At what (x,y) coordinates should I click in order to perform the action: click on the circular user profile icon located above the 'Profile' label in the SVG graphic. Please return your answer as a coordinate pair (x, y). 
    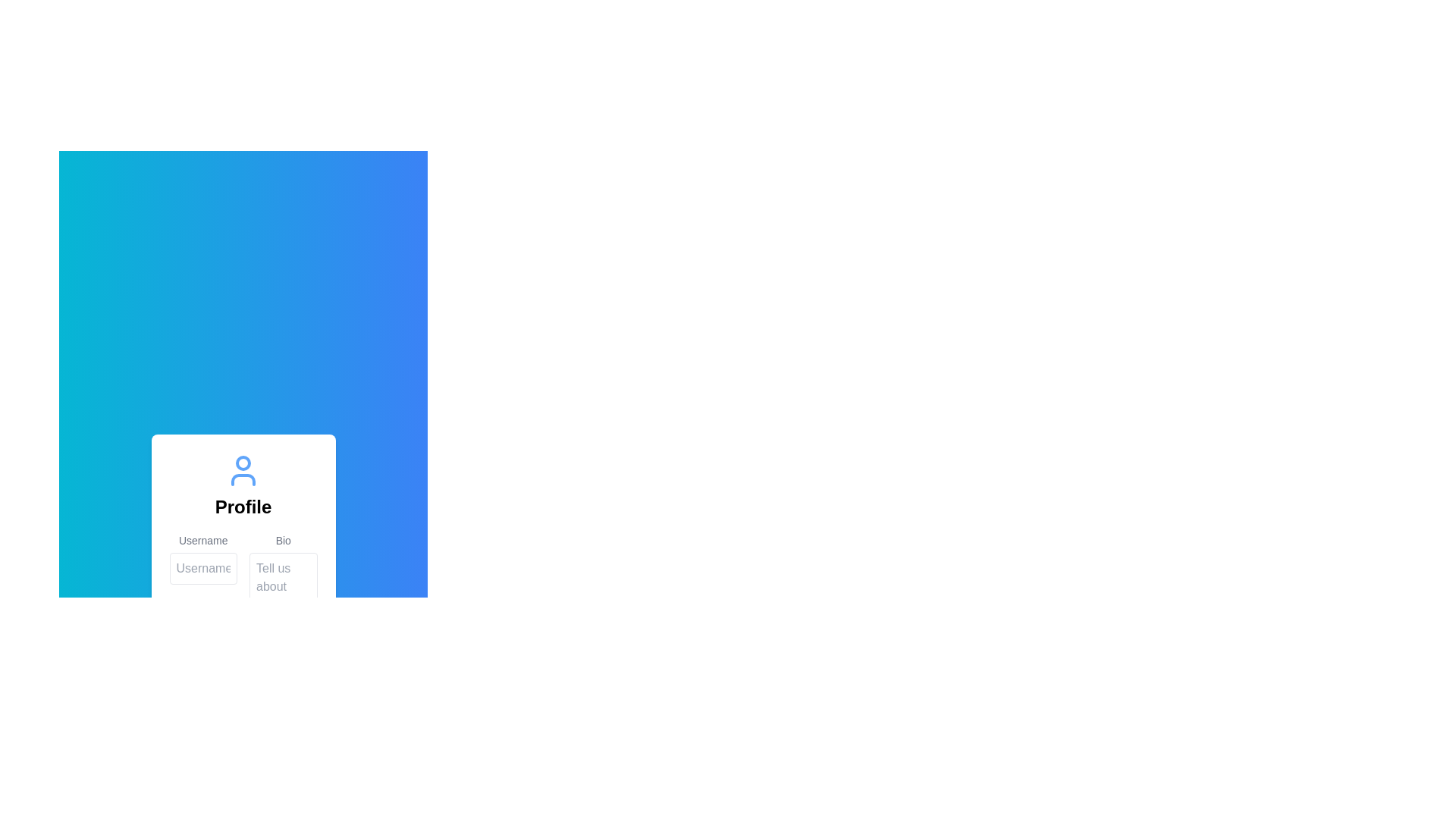
    Looking at the image, I should click on (243, 462).